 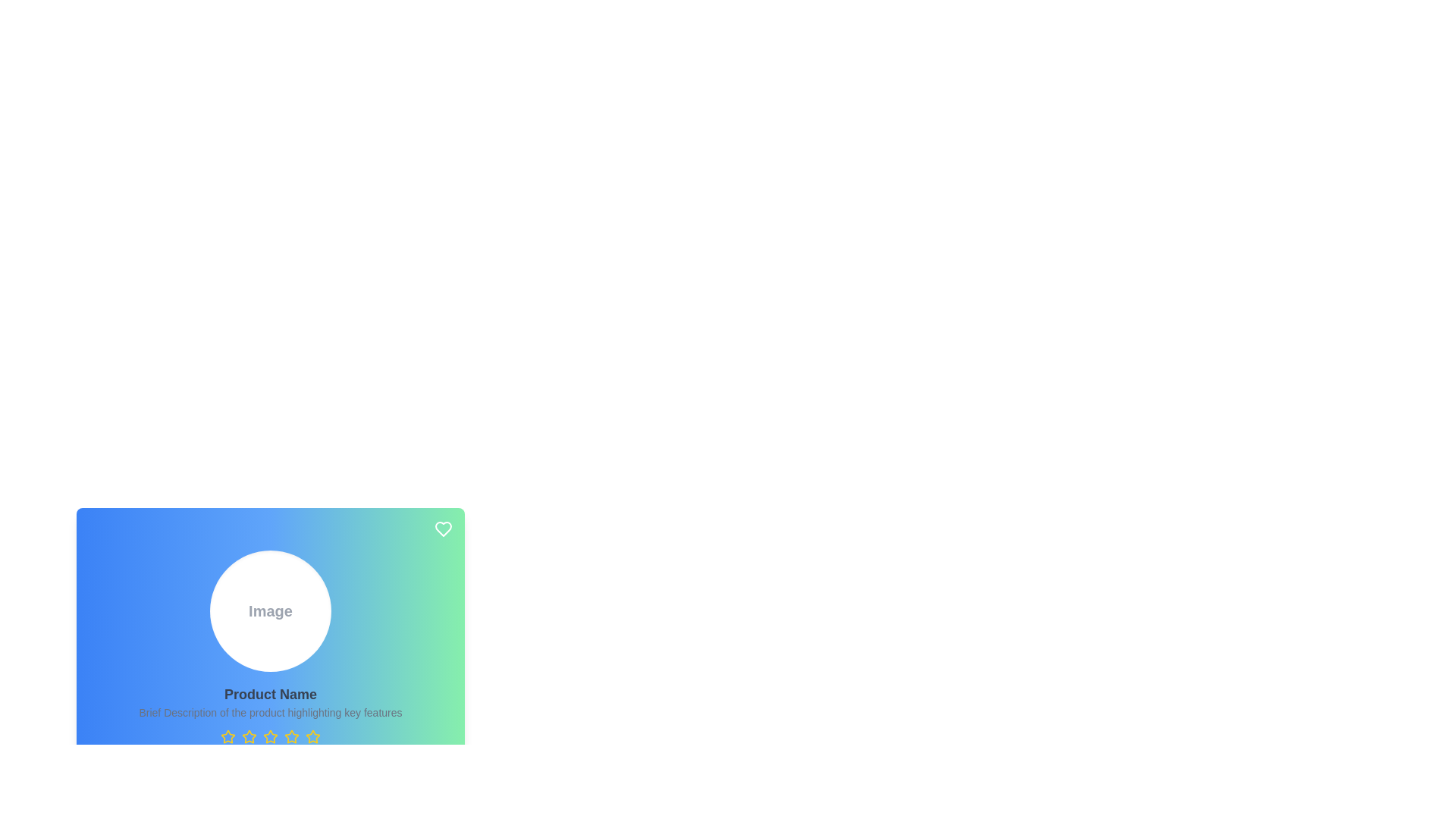 What do you see at coordinates (227, 736) in the screenshot?
I see `the first active rating star, which is a filled yellow five-pointed star located in a row of stars at the bottom center of the product card` at bounding box center [227, 736].